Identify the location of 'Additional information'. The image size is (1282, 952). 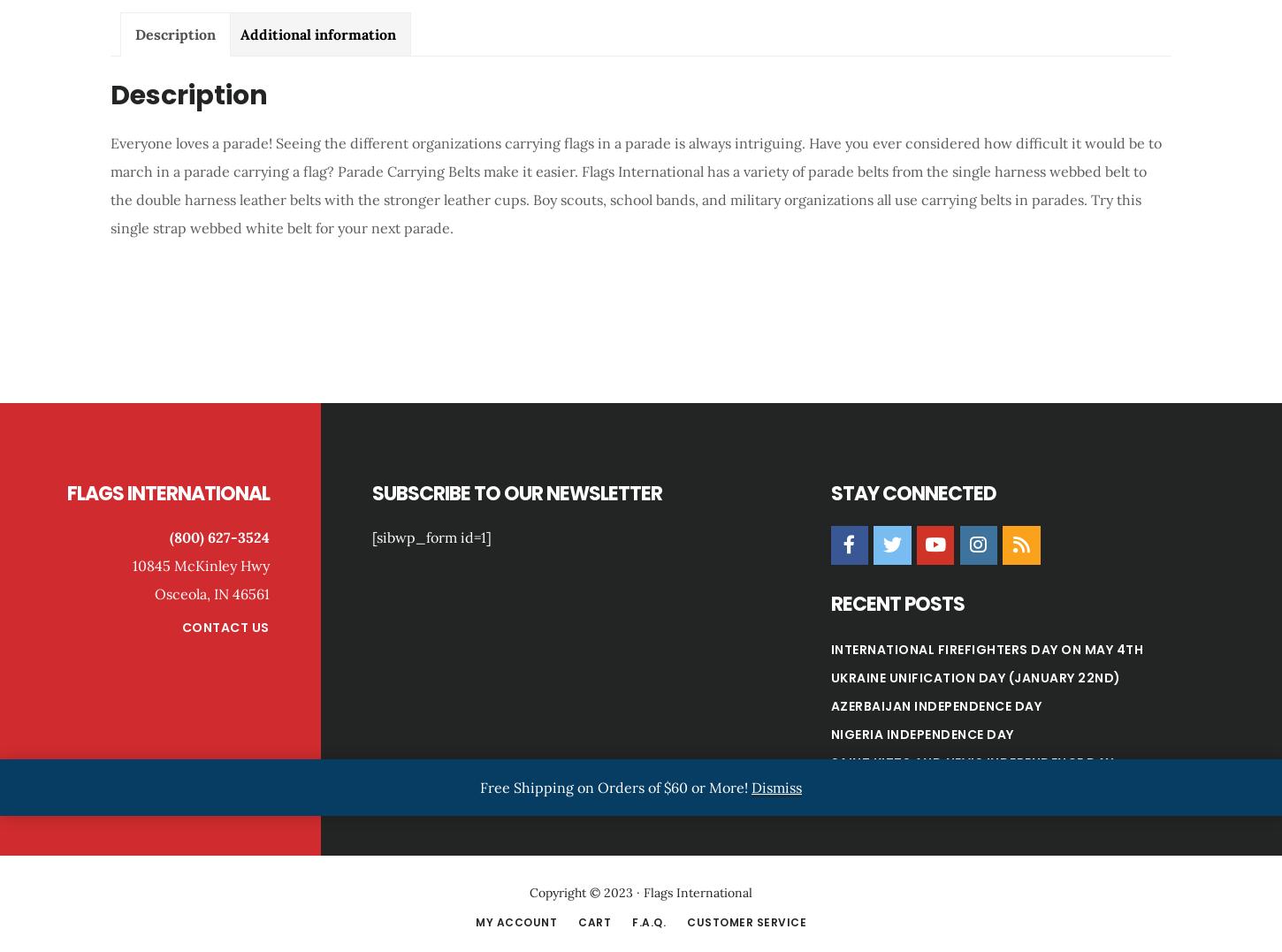
(318, 33).